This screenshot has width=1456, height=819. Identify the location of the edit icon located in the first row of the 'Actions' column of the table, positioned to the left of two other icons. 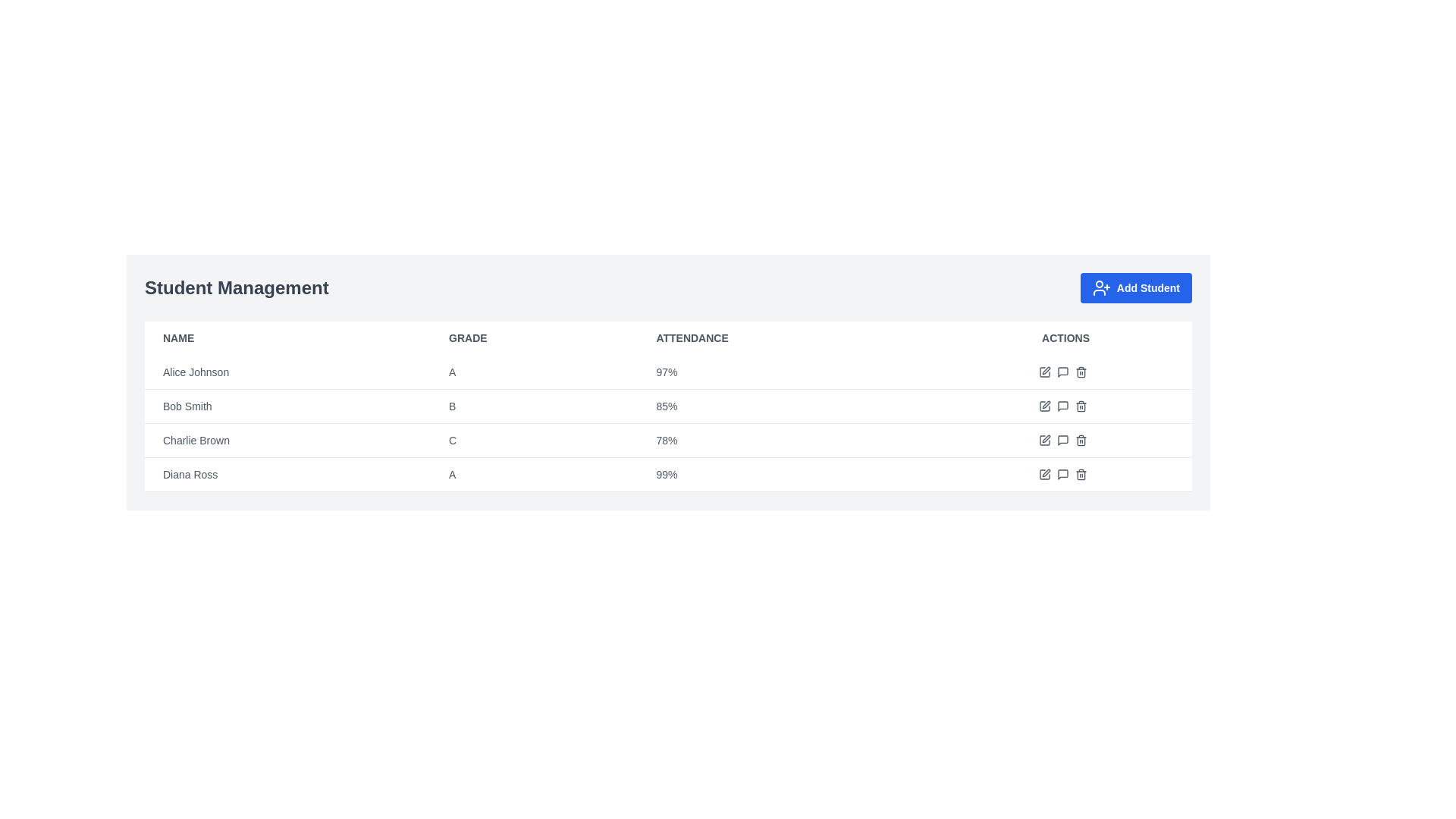
(1043, 372).